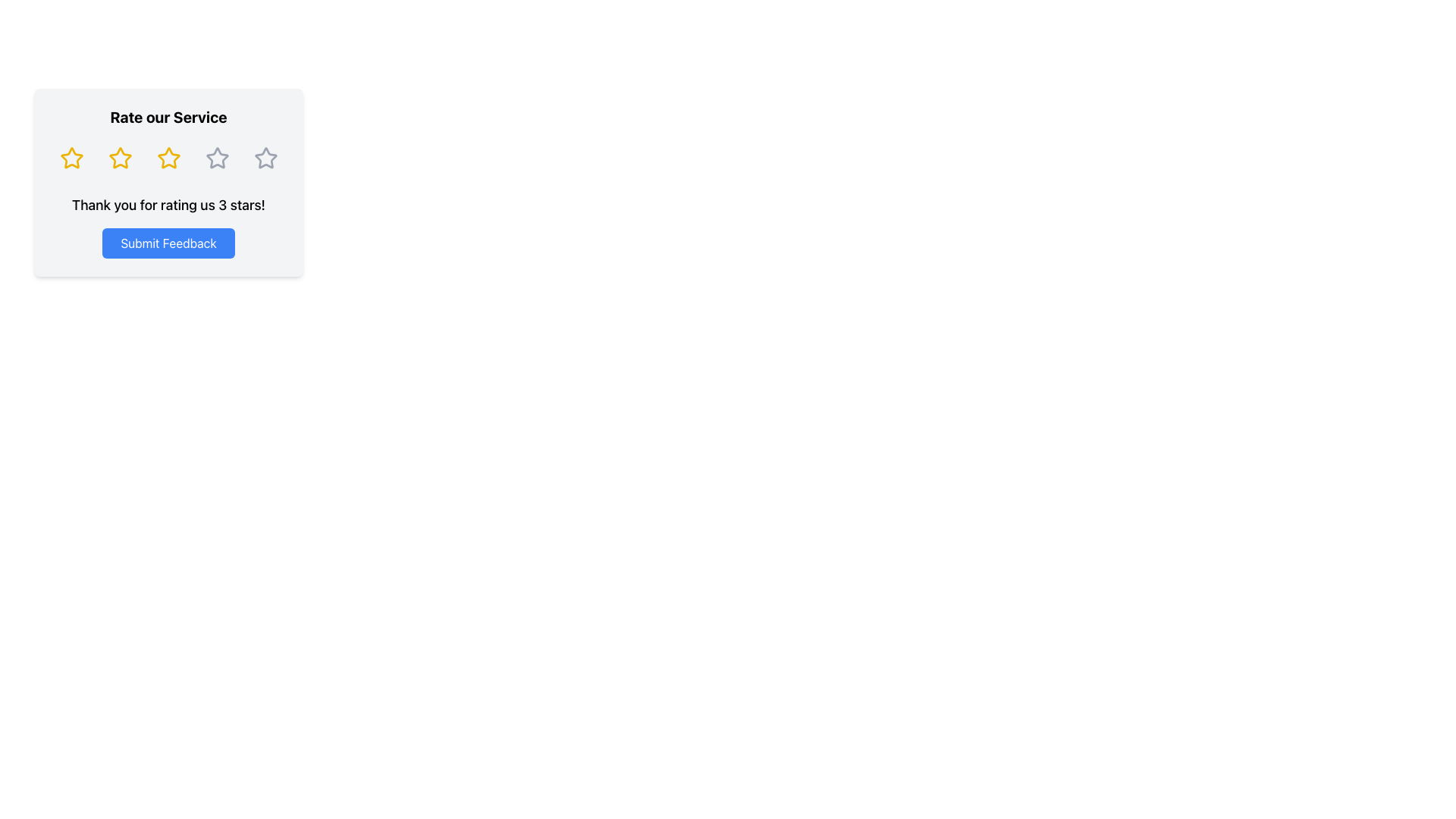  Describe the element at coordinates (71, 158) in the screenshot. I see `the first star in the star-rating component` at that location.